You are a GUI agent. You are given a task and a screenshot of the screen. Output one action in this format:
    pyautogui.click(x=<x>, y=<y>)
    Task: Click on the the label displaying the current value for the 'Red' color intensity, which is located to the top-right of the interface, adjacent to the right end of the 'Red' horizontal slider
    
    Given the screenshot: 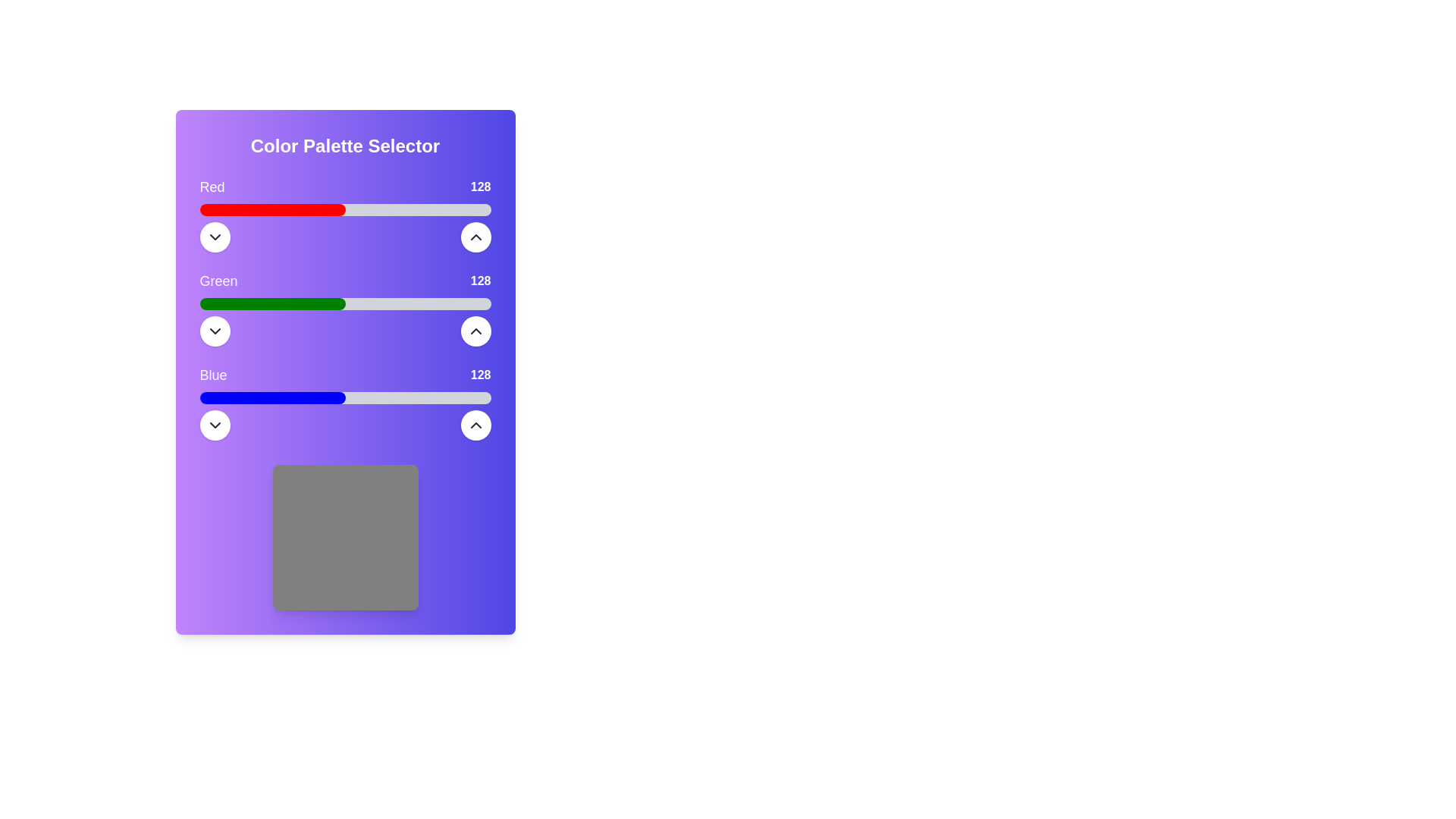 What is the action you would take?
    pyautogui.click(x=480, y=186)
    